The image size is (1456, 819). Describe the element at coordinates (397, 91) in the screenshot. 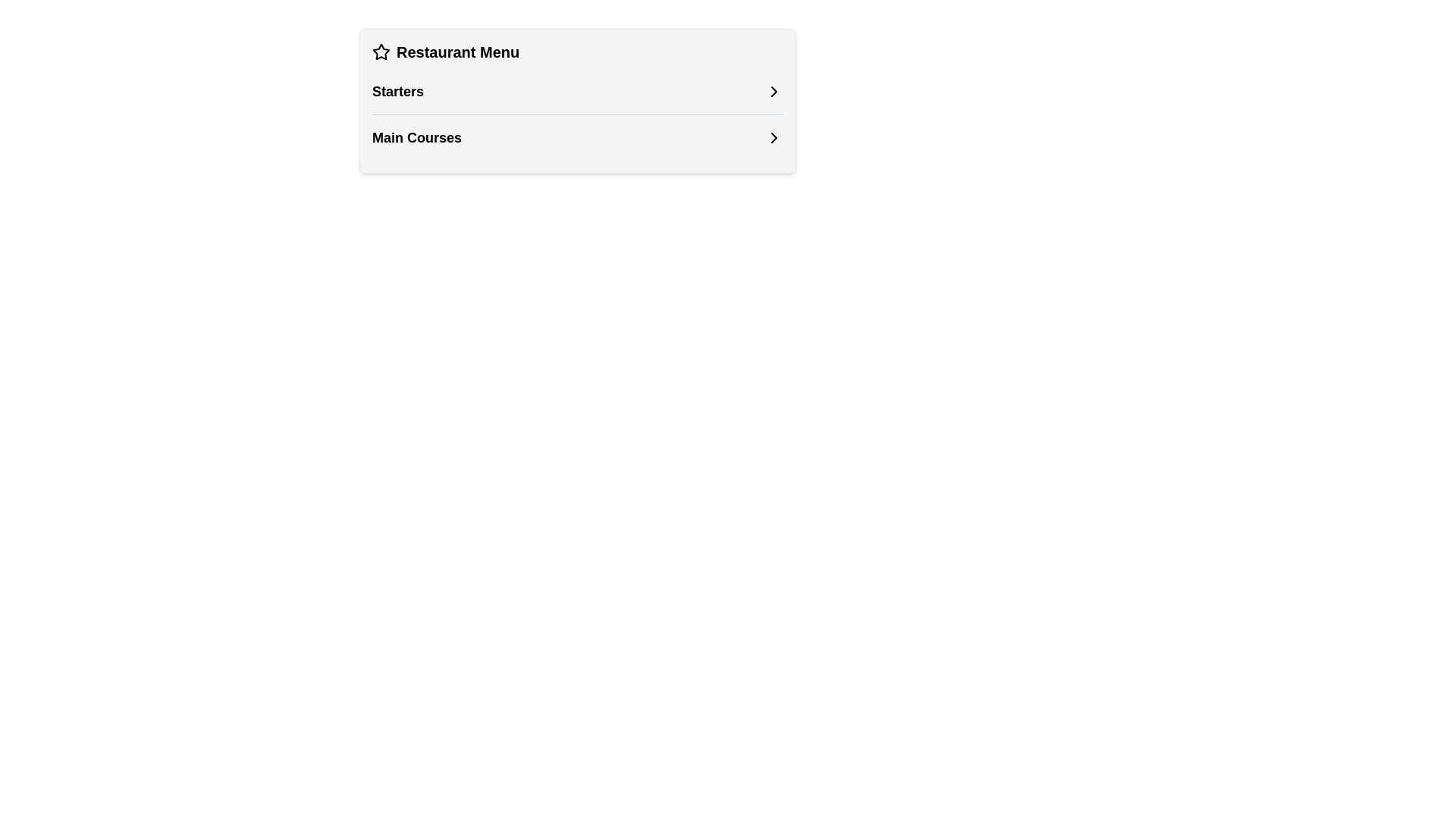

I see `the 'Starters' text link located below 'Restaurant Menu' and above 'Main Courses'` at that location.